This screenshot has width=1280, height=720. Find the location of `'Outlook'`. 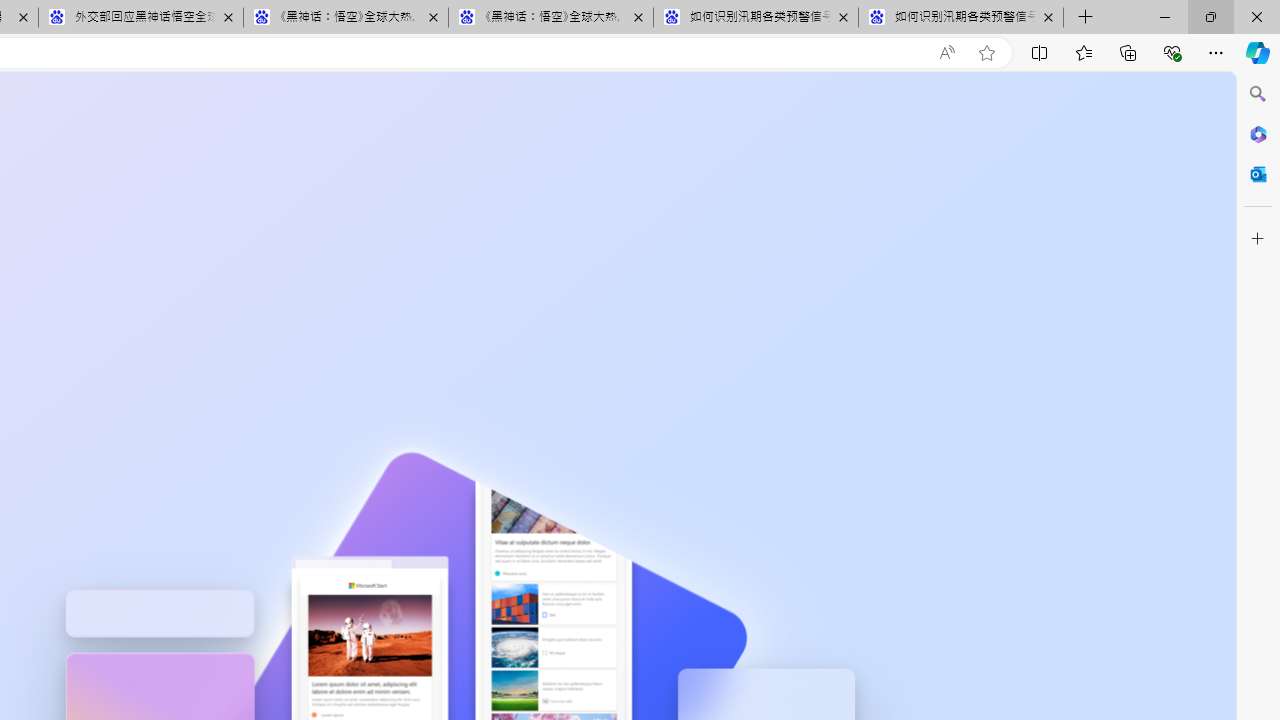

'Outlook' is located at coordinates (1257, 173).